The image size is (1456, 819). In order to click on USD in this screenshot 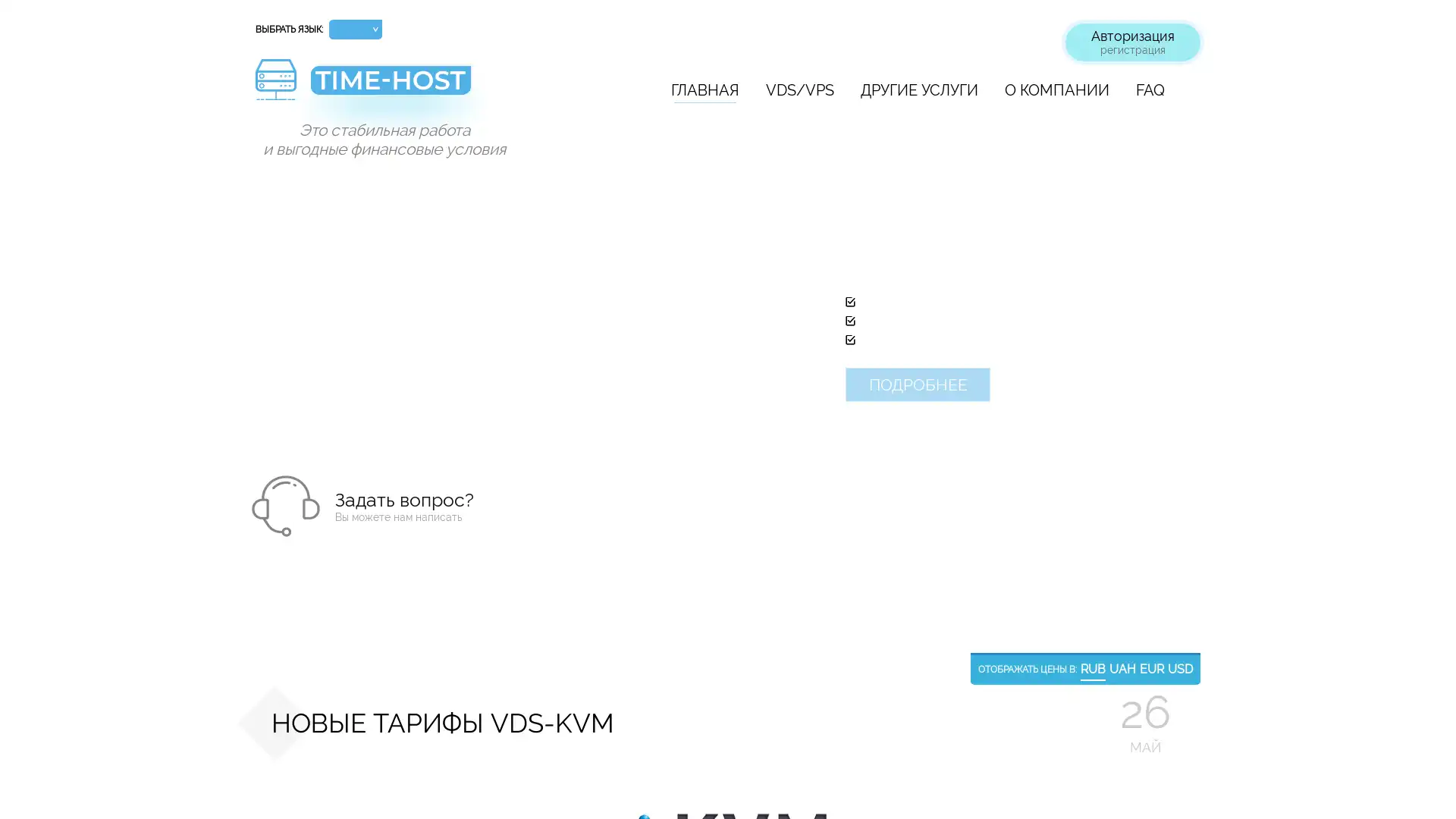, I will do `click(1179, 669)`.